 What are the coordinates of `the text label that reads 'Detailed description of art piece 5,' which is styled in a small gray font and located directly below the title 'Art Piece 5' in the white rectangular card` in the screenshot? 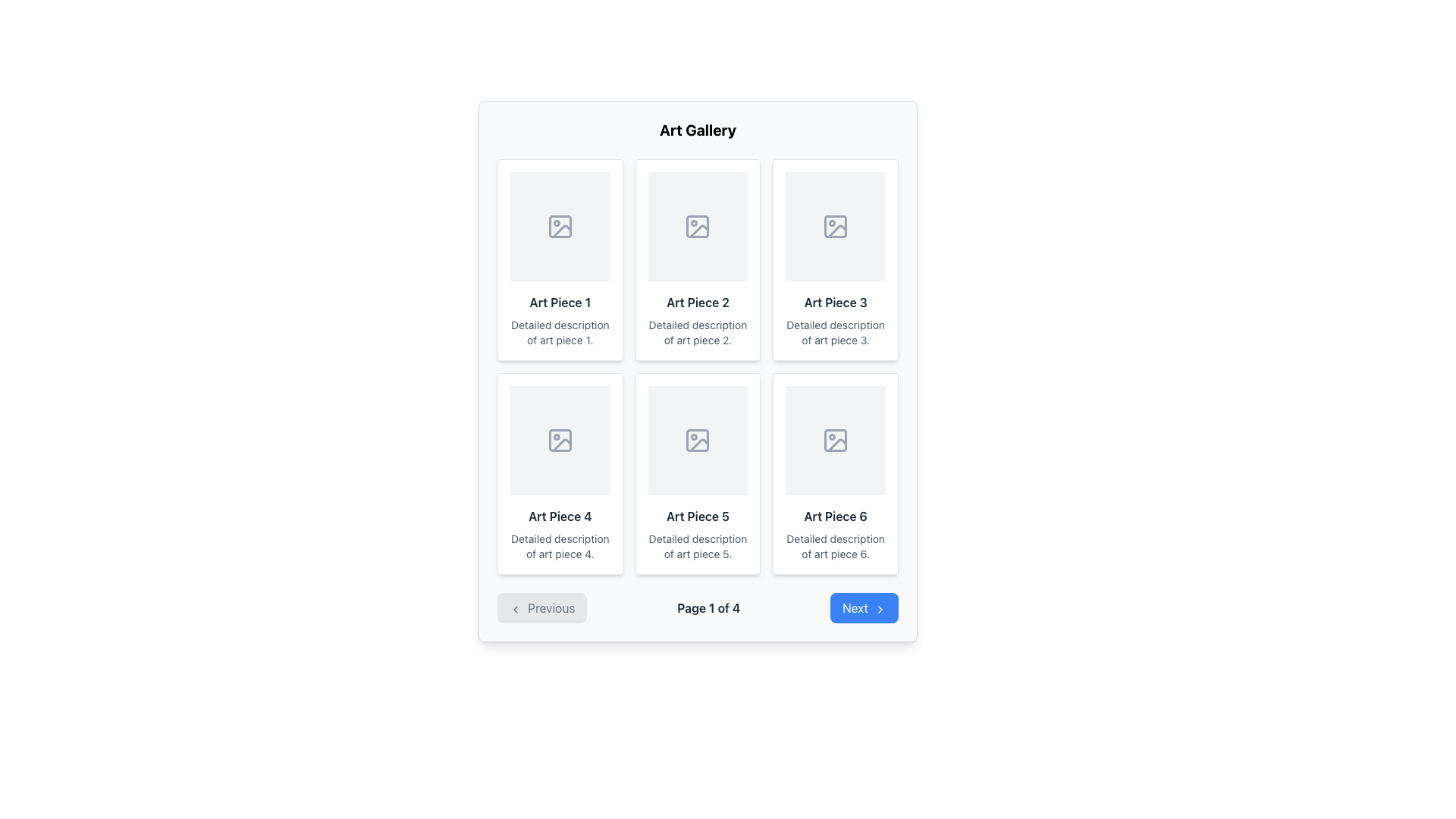 It's located at (697, 547).